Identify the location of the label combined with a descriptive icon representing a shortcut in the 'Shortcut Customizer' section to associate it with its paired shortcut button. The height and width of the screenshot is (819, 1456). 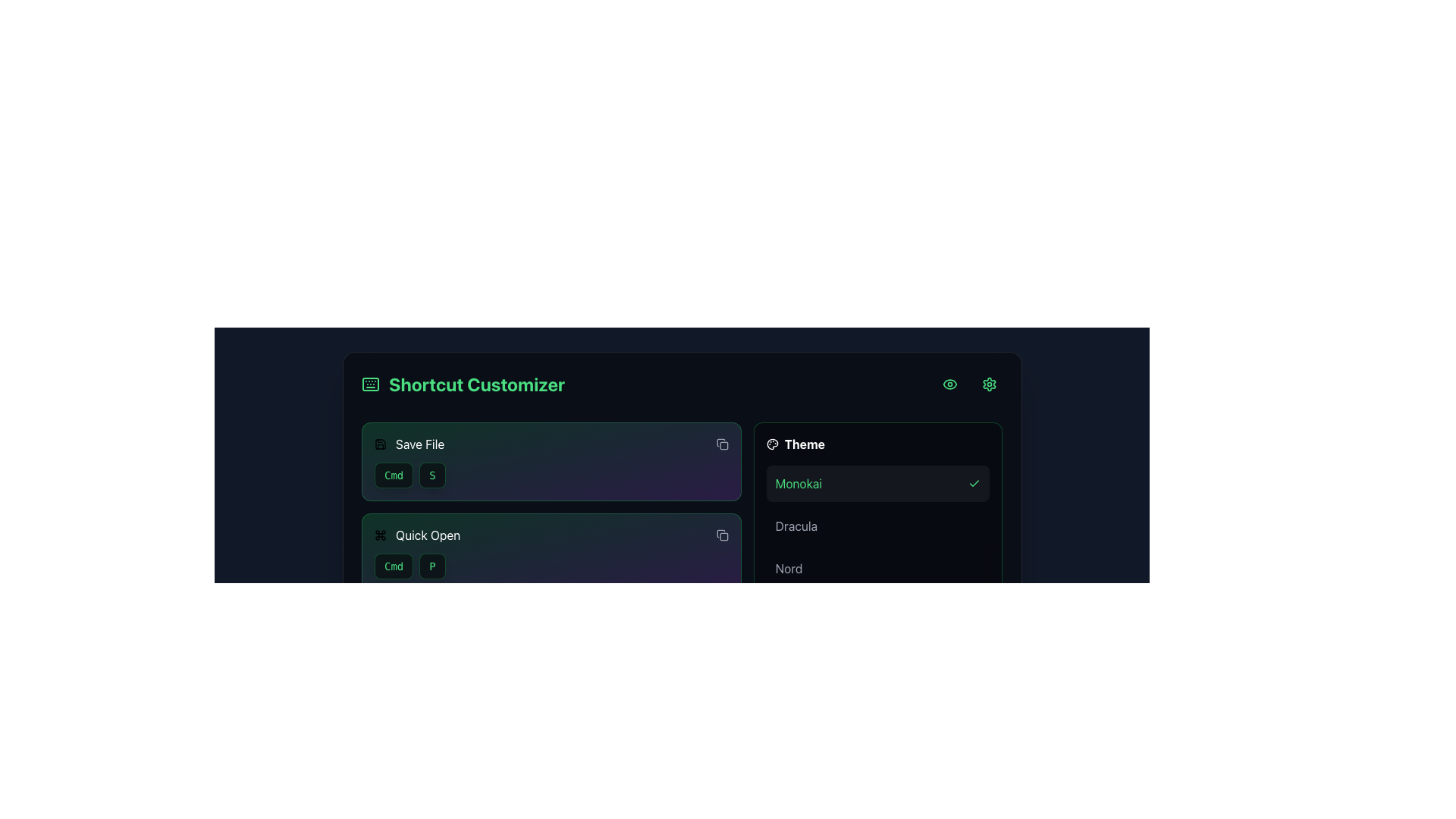
(417, 534).